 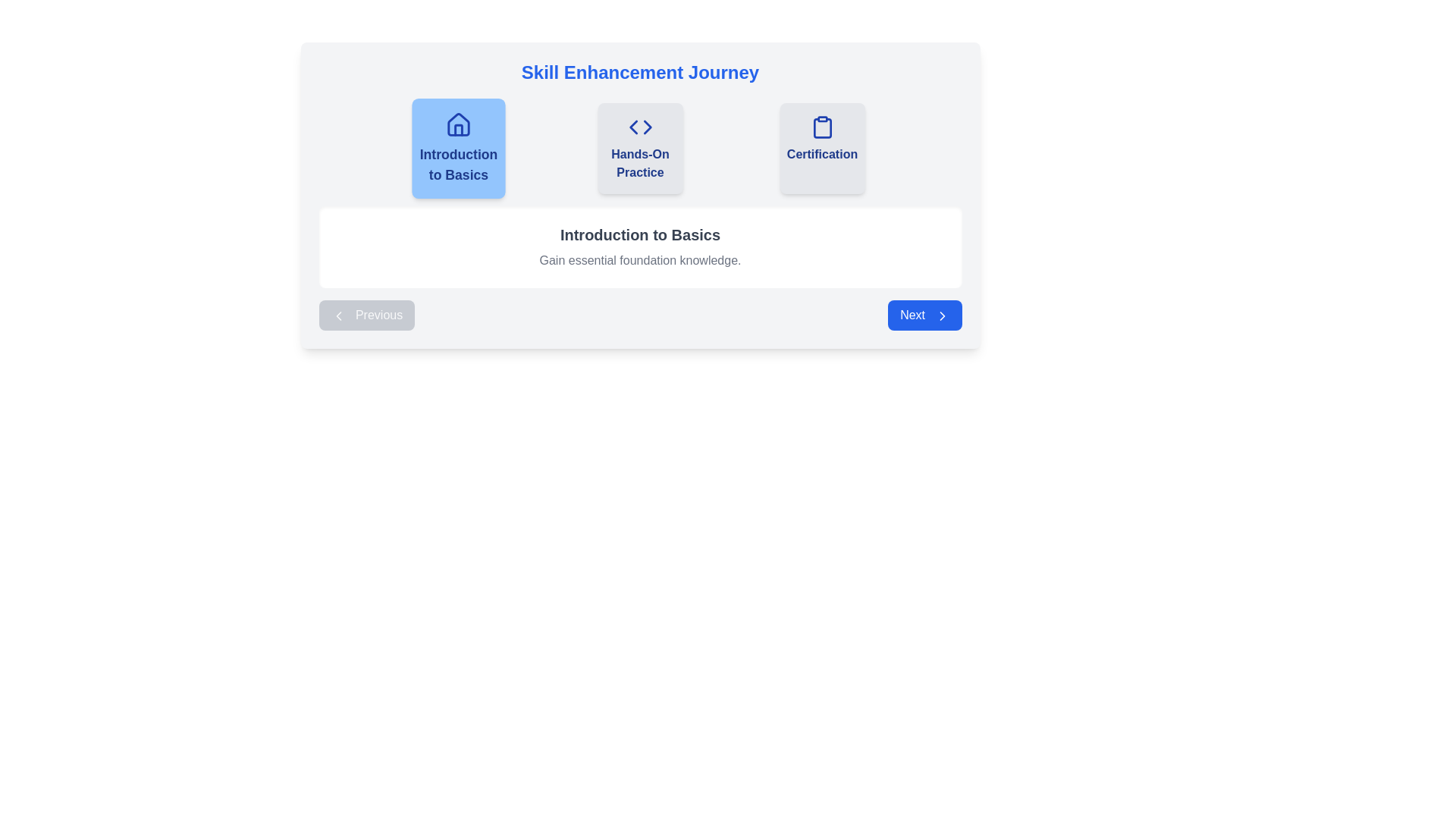 I want to click on the clipboard icon located at the top center of the 'Certification' card, which is the third card in a row of three options, so click(x=821, y=127).